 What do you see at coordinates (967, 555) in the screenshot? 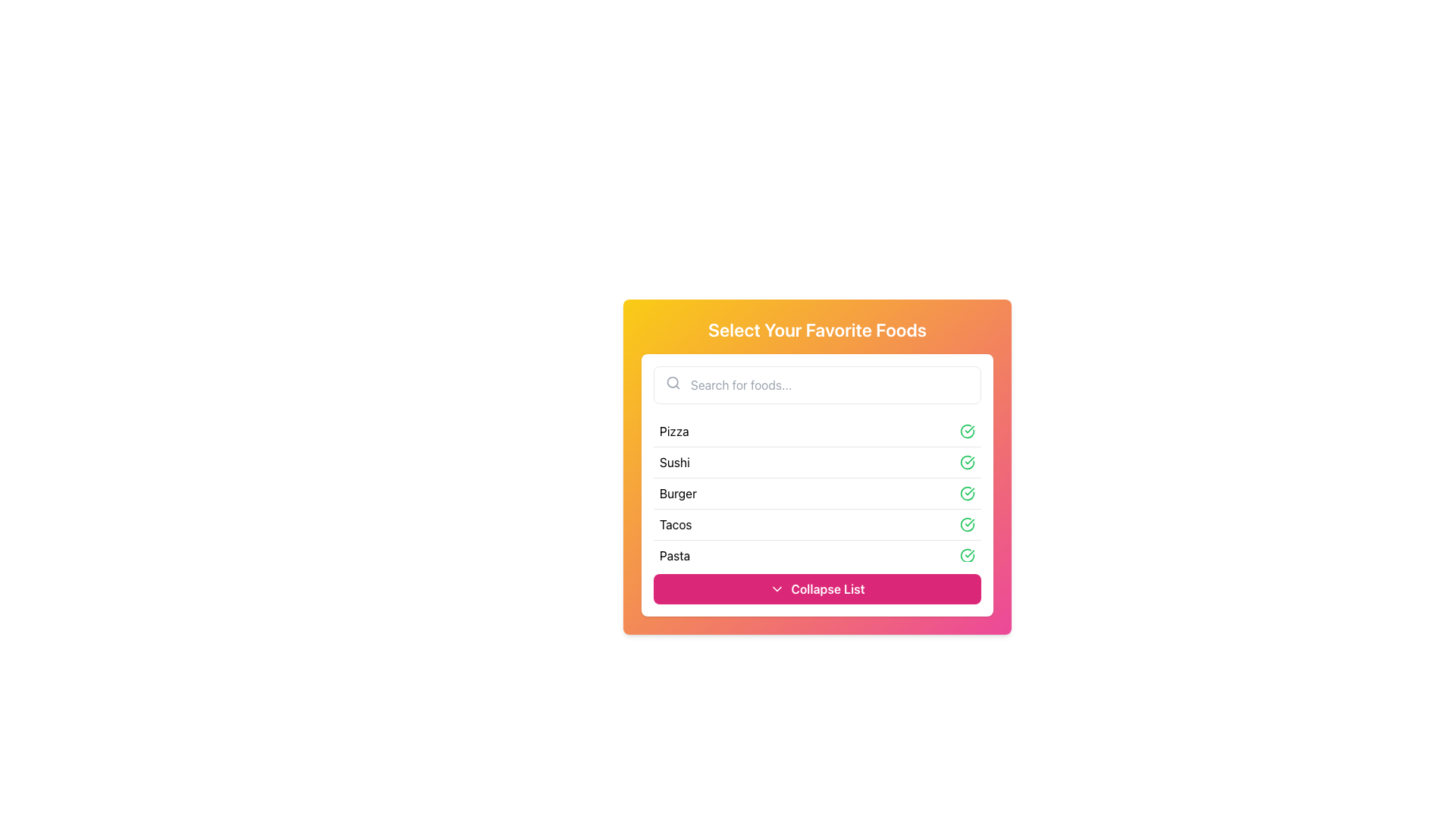
I see `the green checkmark icon enclosed in a circle, which is located to the far right of the text 'Pasta' in the last list item` at bounding box center [967, 555].